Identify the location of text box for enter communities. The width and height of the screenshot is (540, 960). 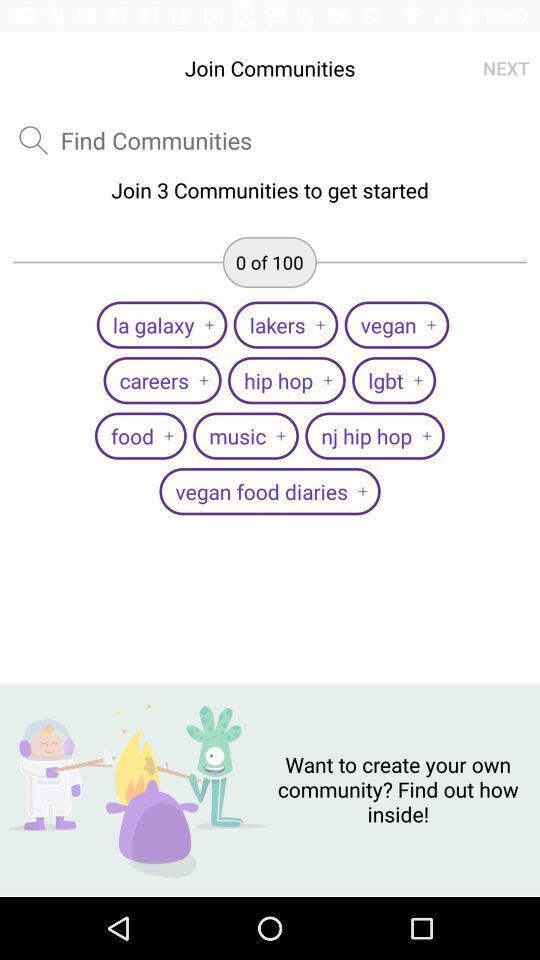
(155, 139).